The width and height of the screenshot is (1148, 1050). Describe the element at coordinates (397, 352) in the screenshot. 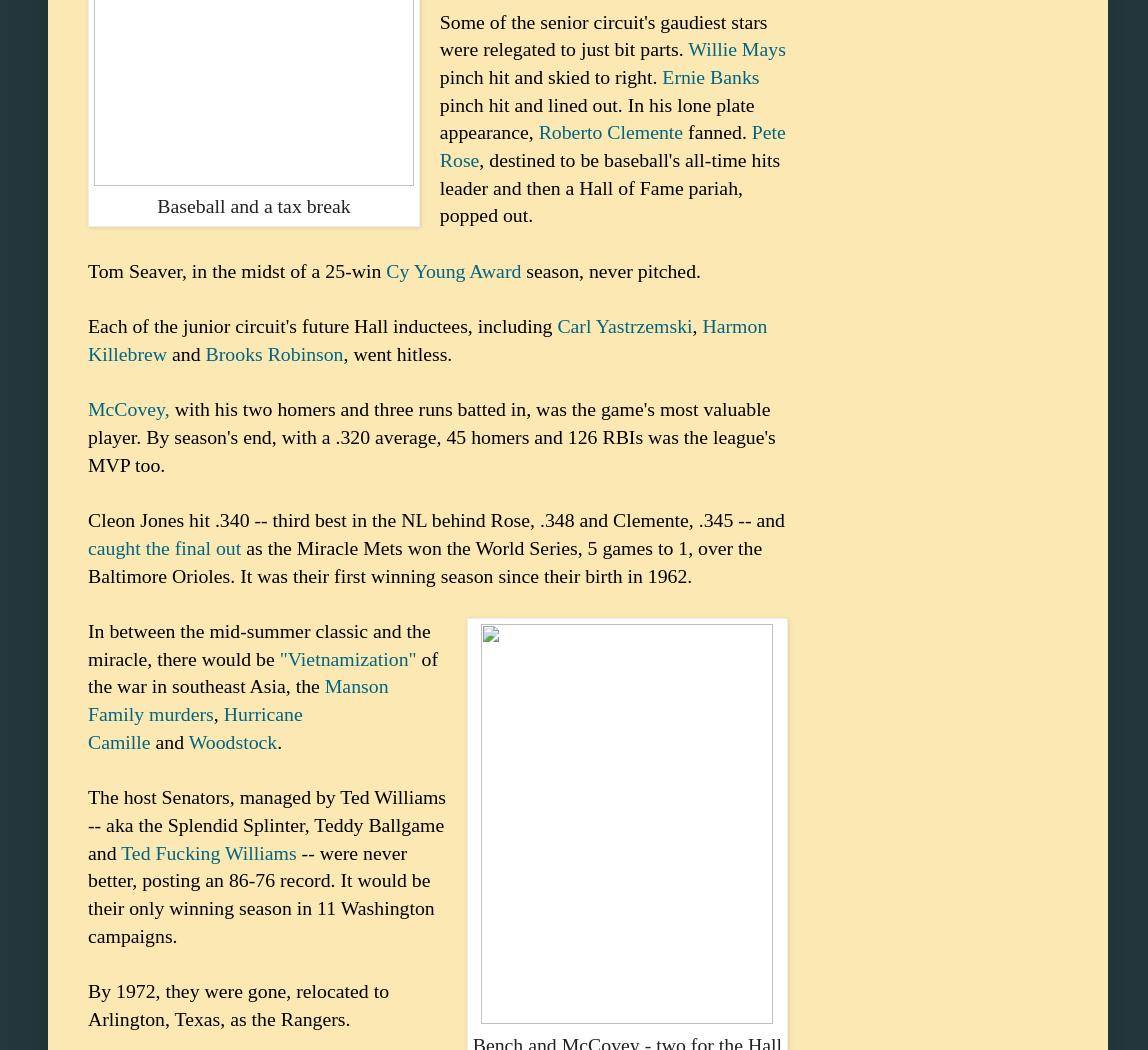

I see `', went hitless.'` at that location.